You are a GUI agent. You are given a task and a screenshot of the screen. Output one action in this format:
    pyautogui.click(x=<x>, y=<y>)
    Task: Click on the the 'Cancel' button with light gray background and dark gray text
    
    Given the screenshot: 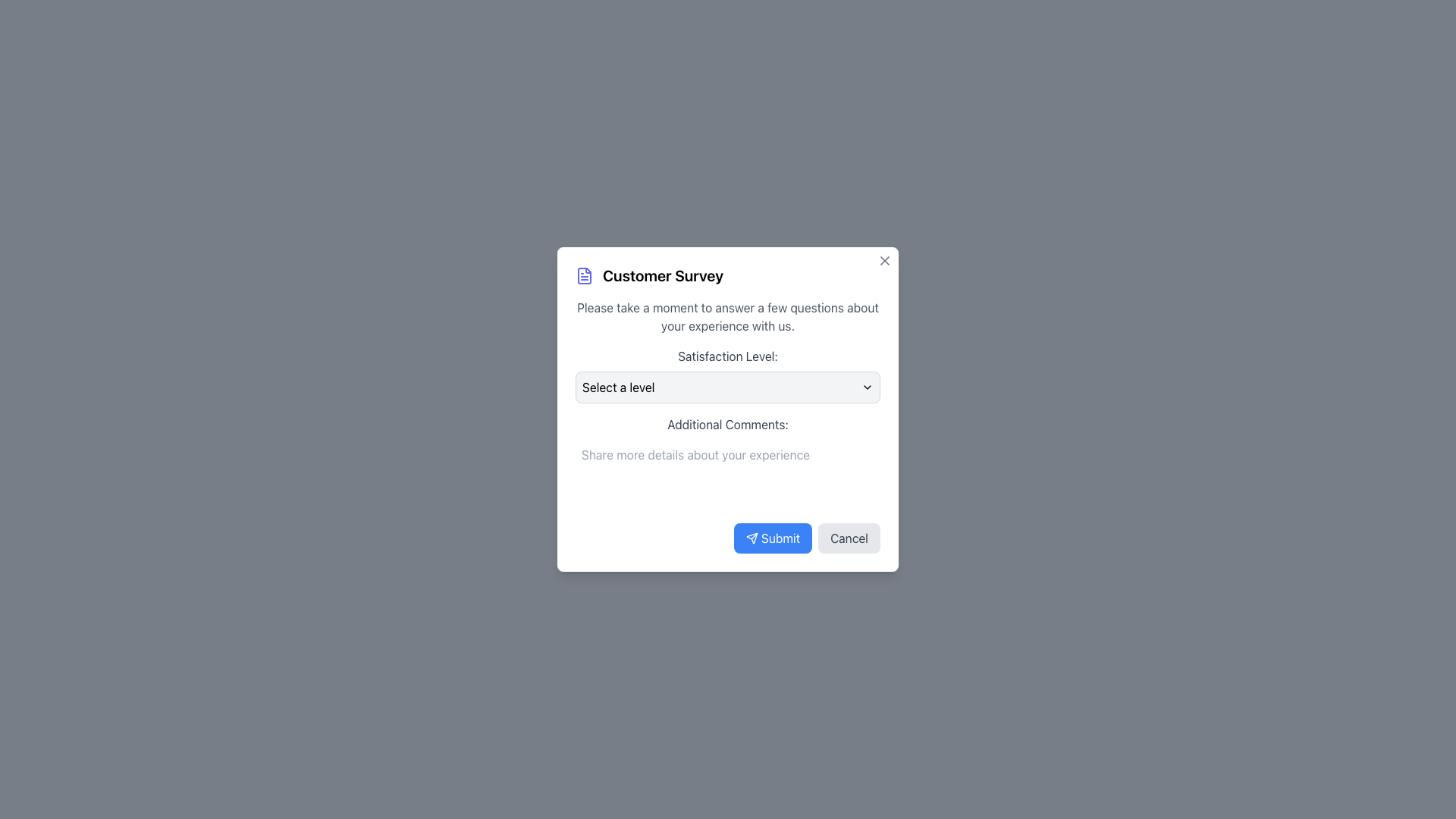 What is the action you would take?
    pyautogui.click(x=849, y=537)
    